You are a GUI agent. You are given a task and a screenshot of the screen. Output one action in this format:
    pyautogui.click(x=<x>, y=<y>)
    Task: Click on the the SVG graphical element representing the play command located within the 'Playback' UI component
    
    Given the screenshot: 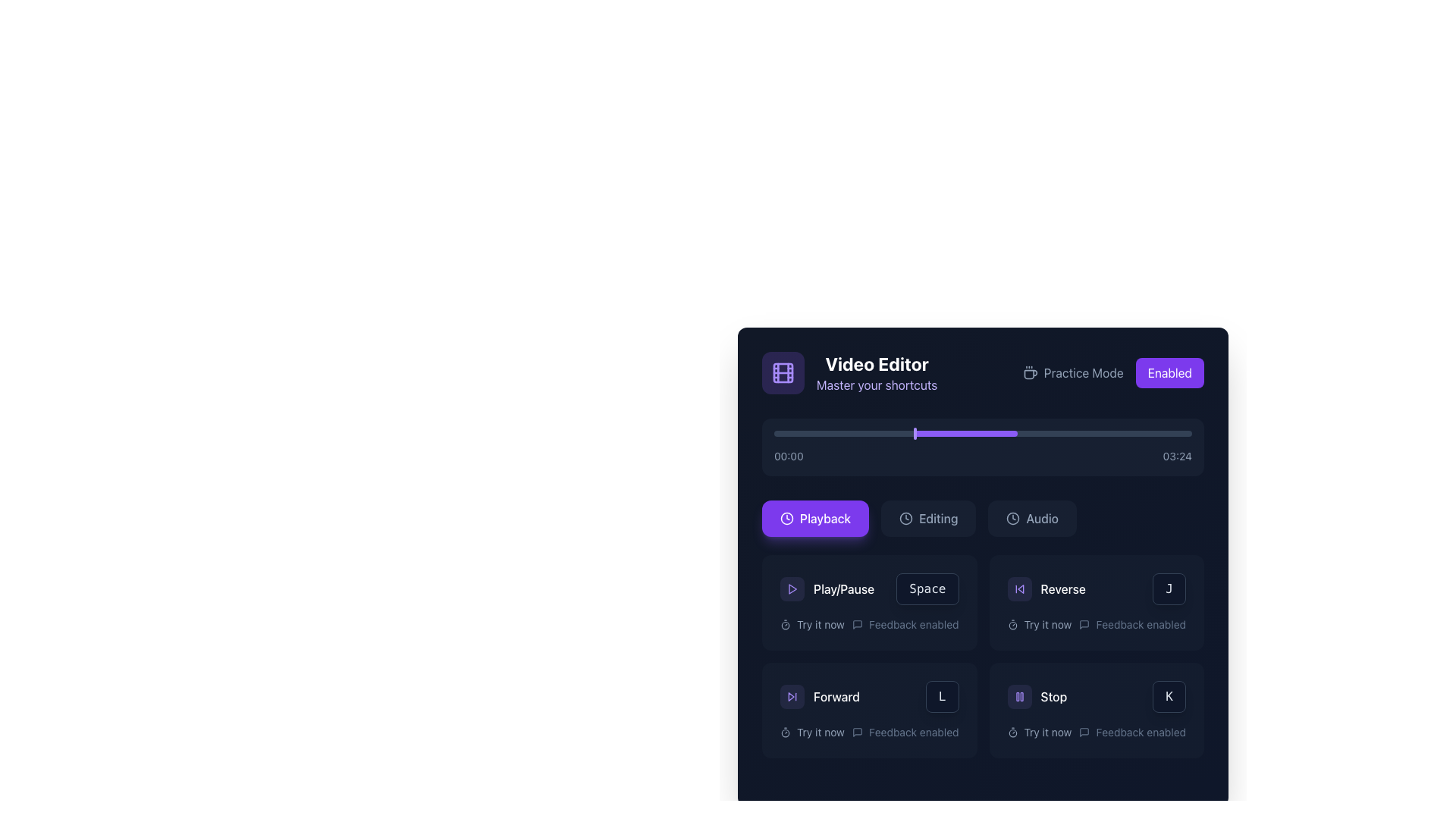 What is the action you would take?
    pyautogui.click(x=792, y=588)
    